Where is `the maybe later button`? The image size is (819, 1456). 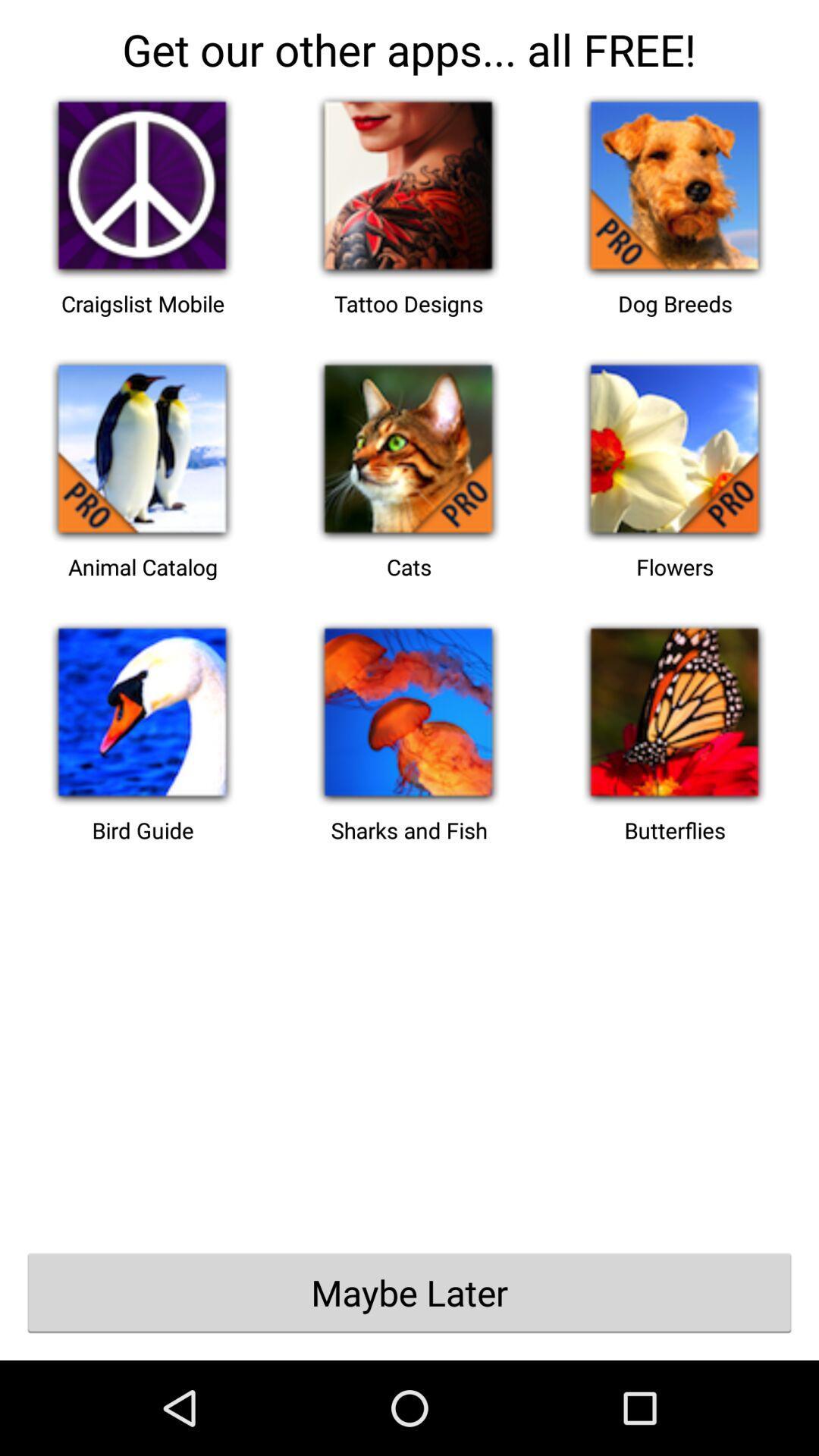 the maybe later button is located at coordinates (409, 1291).